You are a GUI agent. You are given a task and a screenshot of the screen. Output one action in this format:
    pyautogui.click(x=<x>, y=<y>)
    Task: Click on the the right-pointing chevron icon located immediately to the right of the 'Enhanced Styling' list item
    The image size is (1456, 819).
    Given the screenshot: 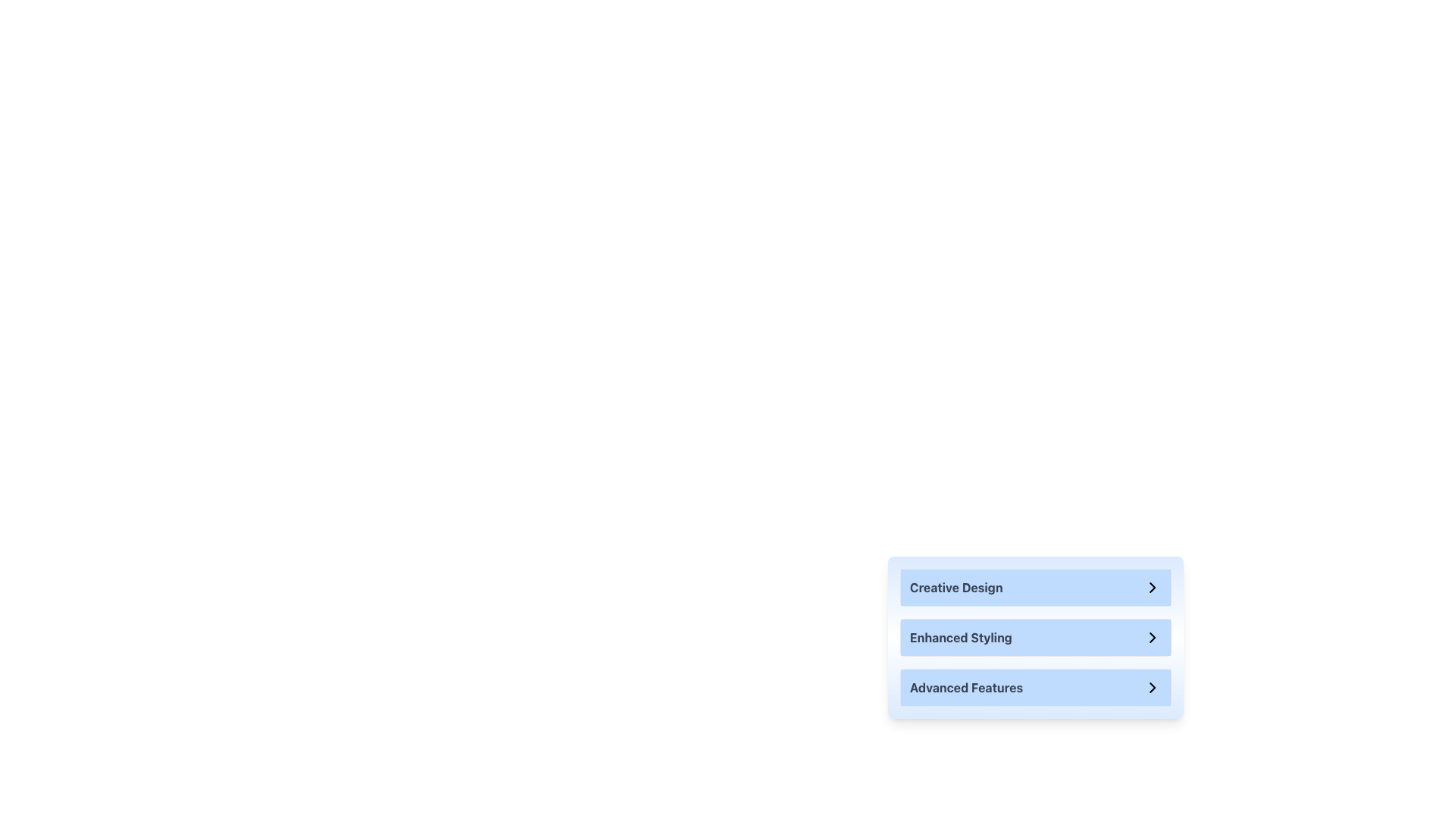 What is the action you would take?
    pyautogui.click(x=1153, y=637)
    